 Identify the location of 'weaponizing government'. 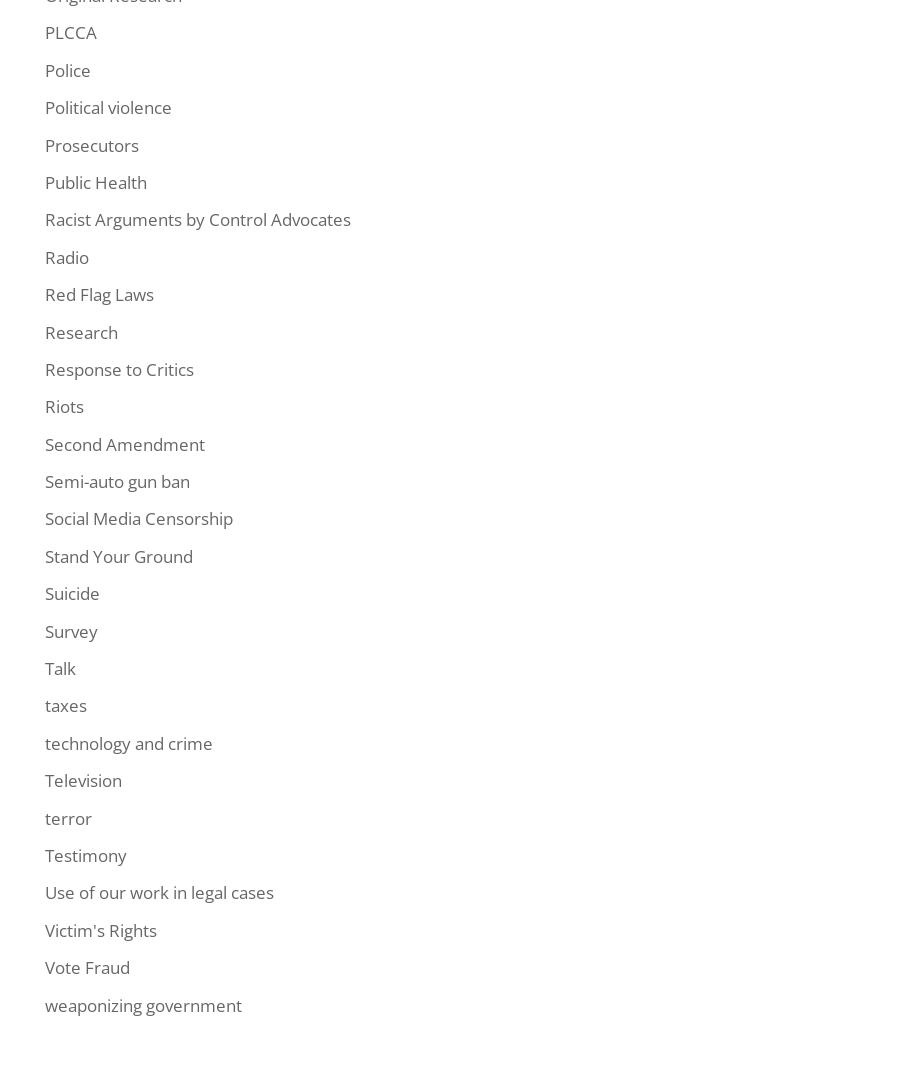
(143, 1003).